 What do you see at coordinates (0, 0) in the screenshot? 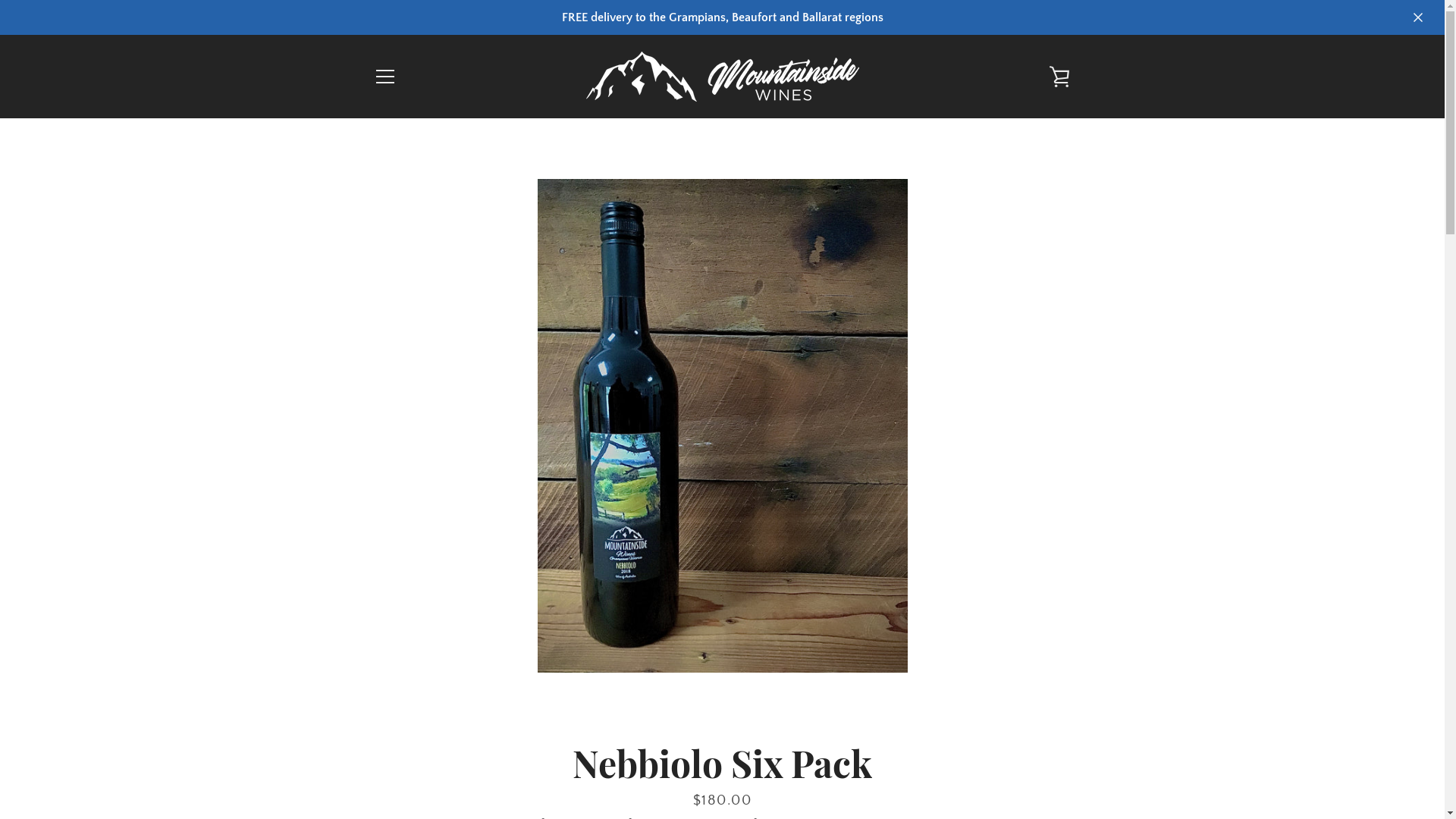
I see `'Skip to content'` at bounding box center [0, 0].